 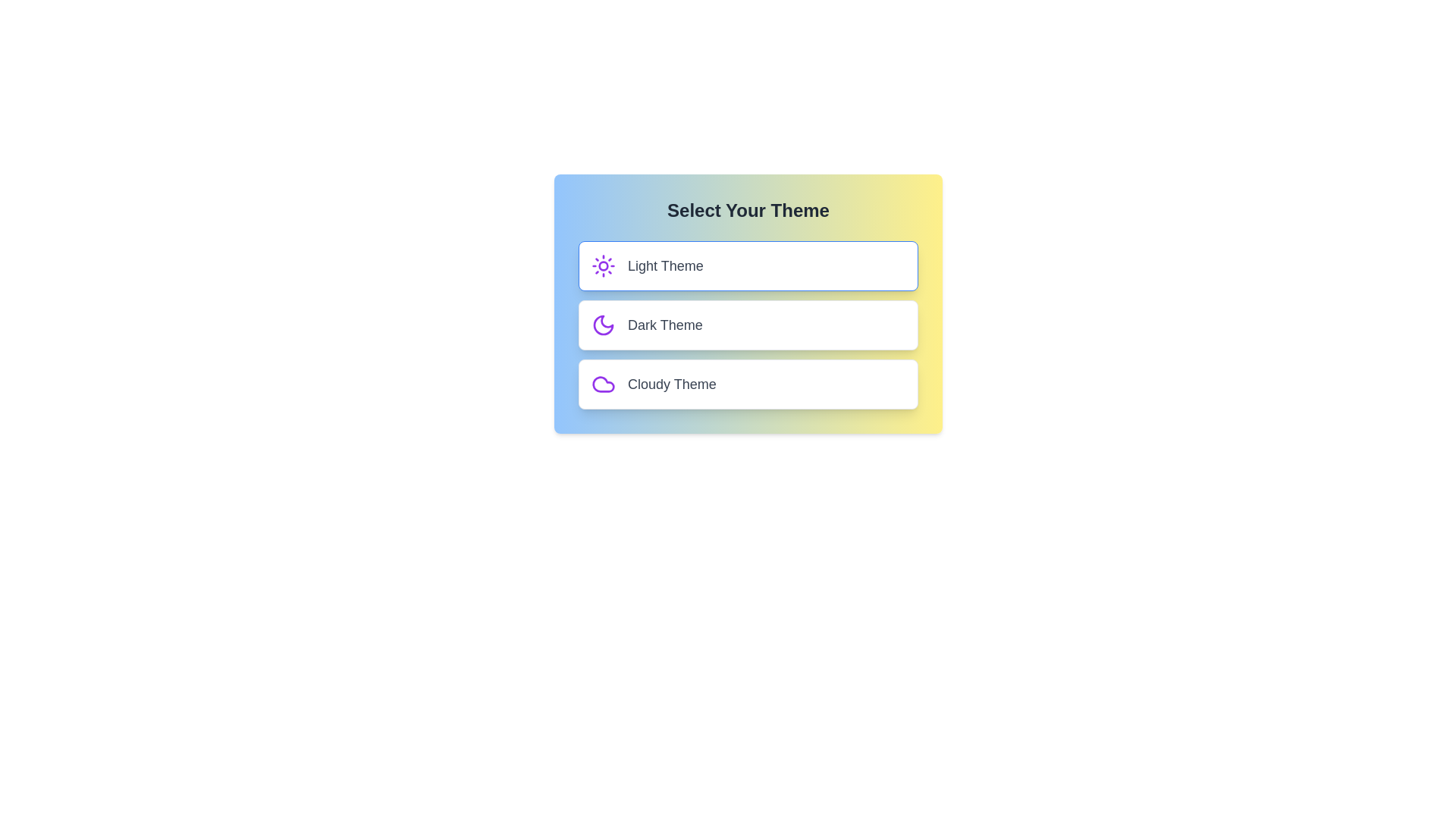 I want to click on the 'Light Theme' option in the theme selection menu, so click(x=748, y=265).